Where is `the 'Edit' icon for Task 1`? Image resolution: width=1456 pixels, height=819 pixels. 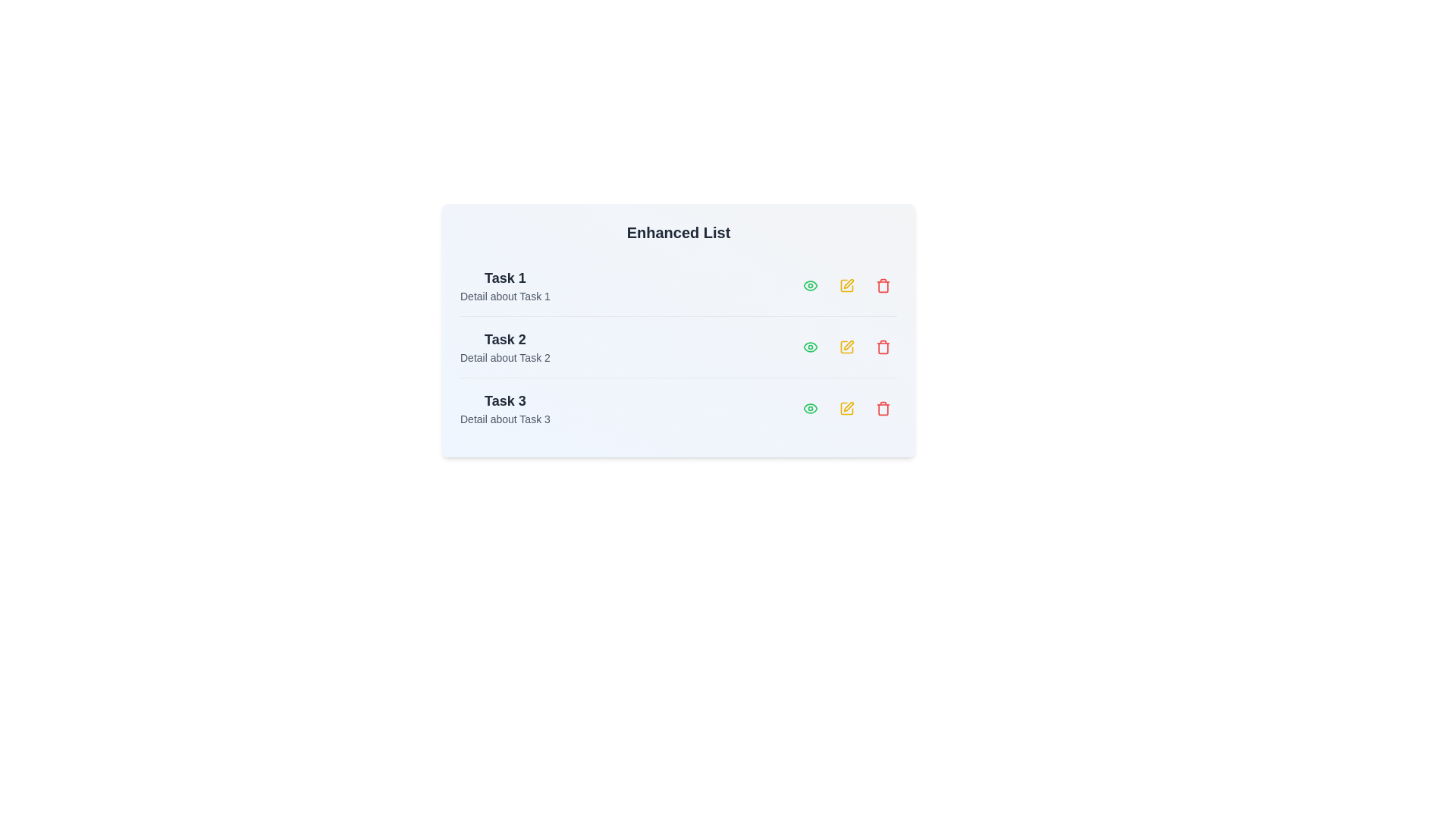
the 'Edit' icon for Task 1 is located at coordinates (846, 286).